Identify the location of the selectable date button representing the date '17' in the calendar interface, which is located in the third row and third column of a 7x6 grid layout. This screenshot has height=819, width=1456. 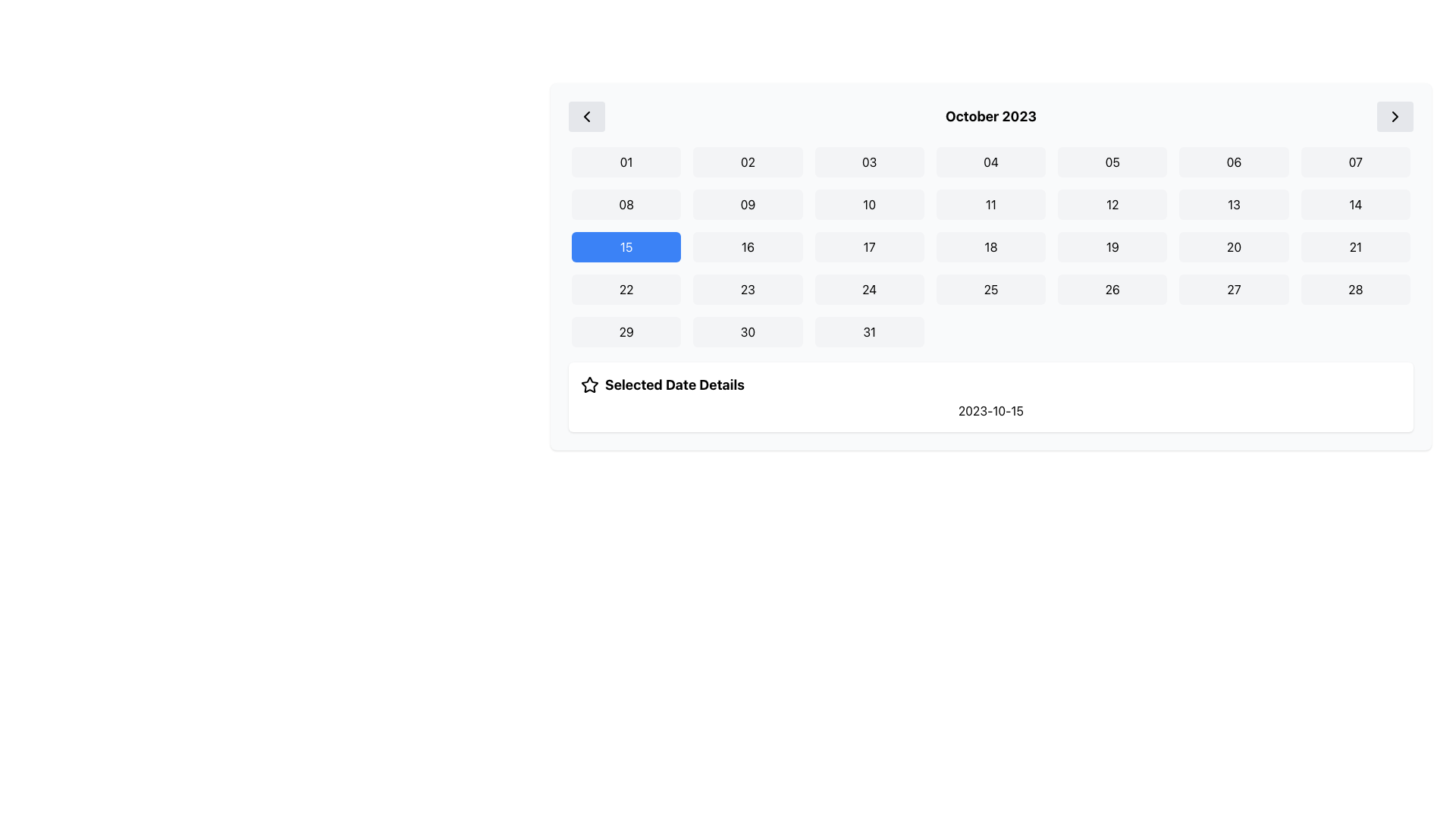
(869, 246).